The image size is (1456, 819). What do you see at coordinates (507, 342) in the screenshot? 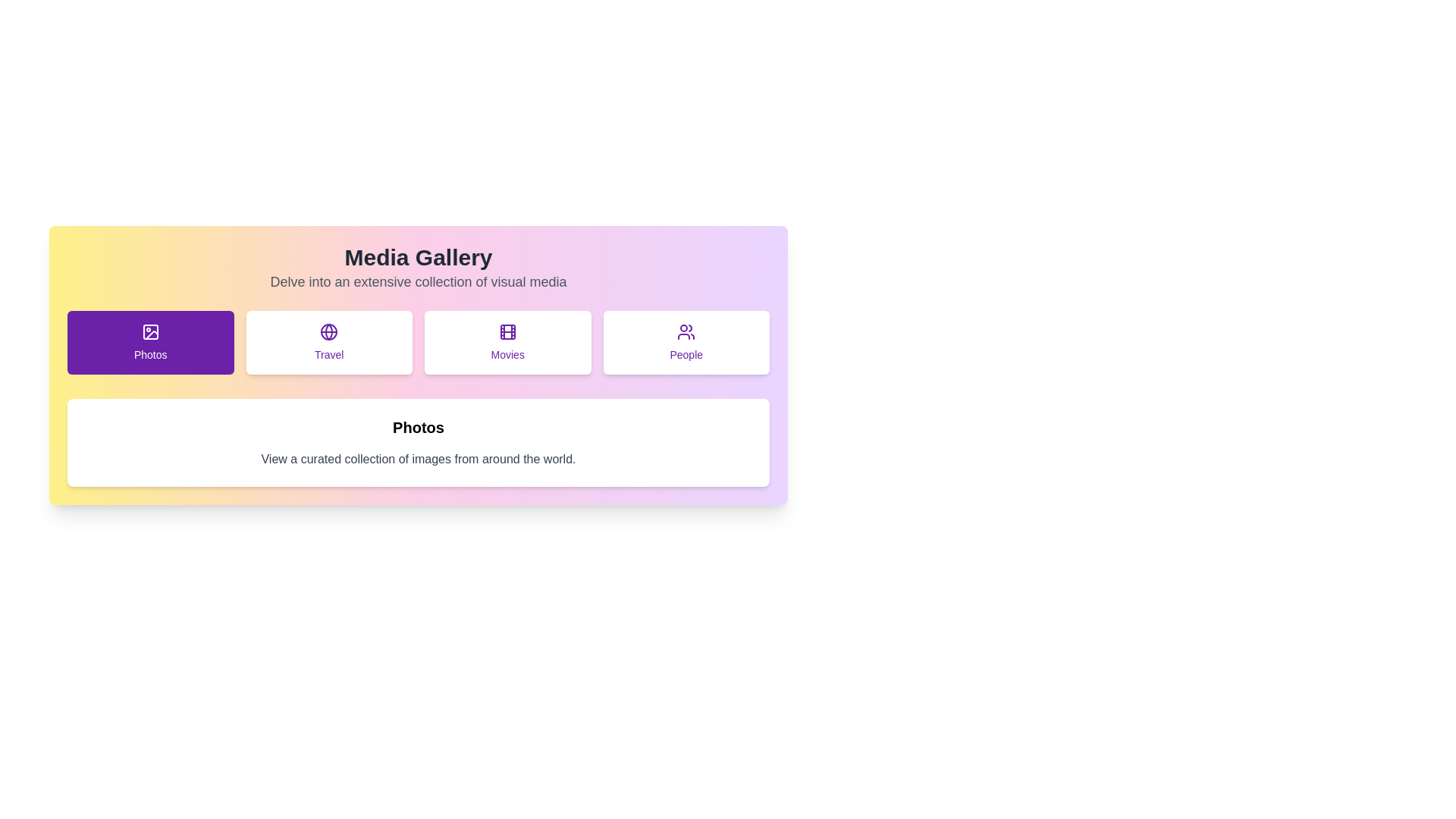
I see `the tab labeled Movies` at bounding box center [507, 342].